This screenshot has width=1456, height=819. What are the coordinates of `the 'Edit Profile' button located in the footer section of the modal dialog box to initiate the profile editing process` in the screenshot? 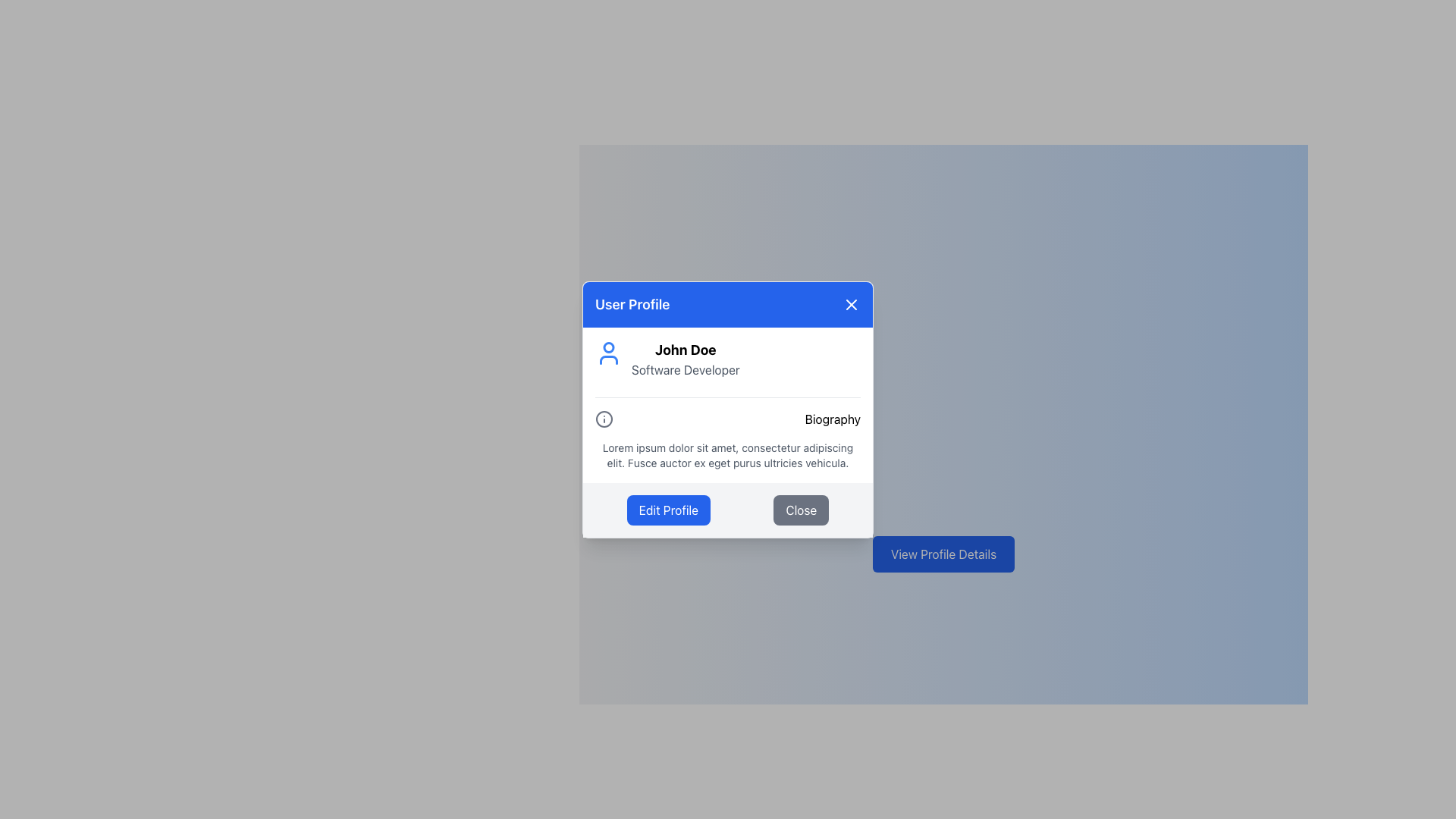 It's located at (667, 510).